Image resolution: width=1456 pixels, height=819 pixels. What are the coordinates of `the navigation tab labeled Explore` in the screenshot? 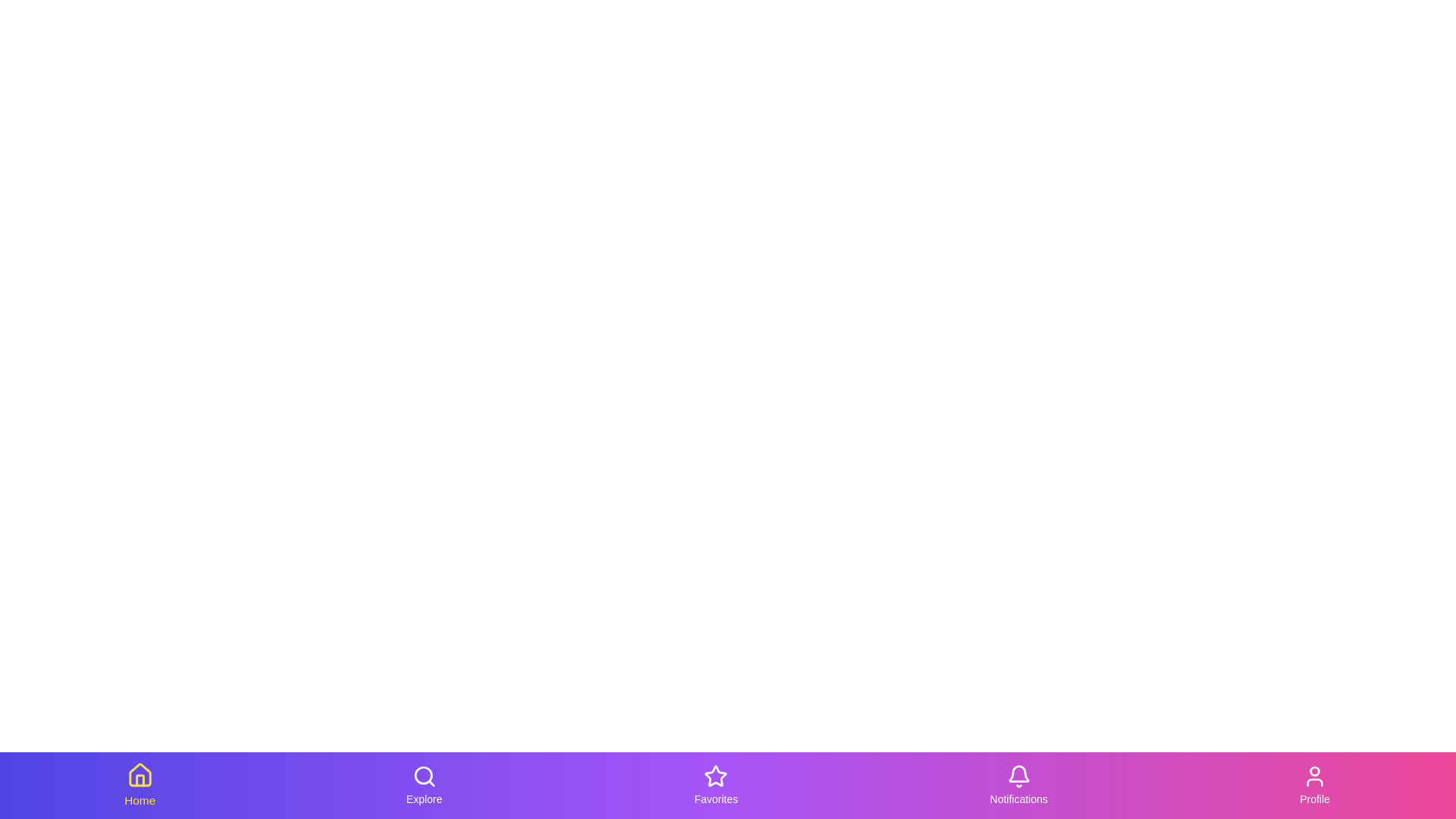 It's located at (424, 785).